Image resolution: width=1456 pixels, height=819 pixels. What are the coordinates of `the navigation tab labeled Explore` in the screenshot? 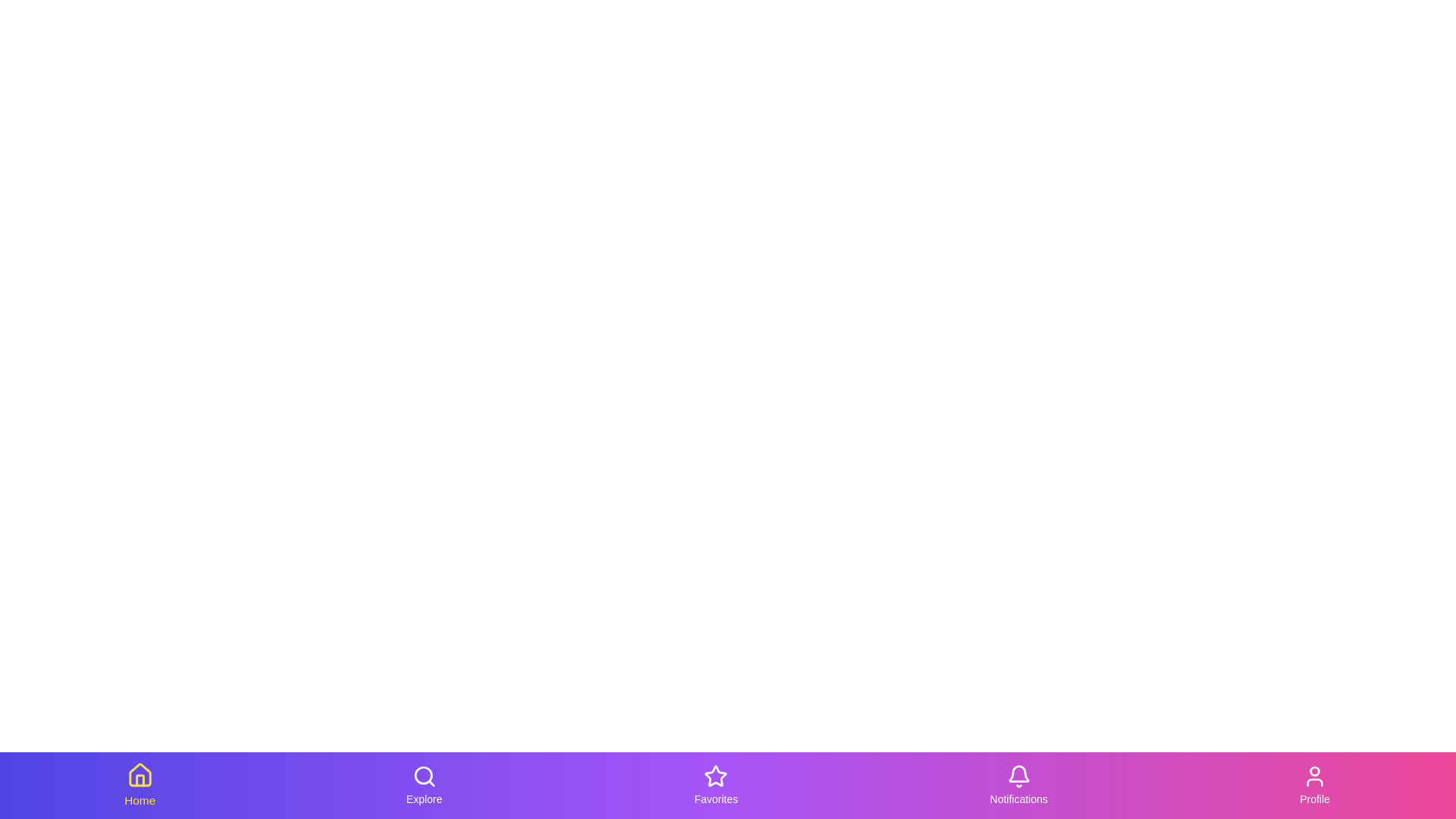 It's located at (424, 785).